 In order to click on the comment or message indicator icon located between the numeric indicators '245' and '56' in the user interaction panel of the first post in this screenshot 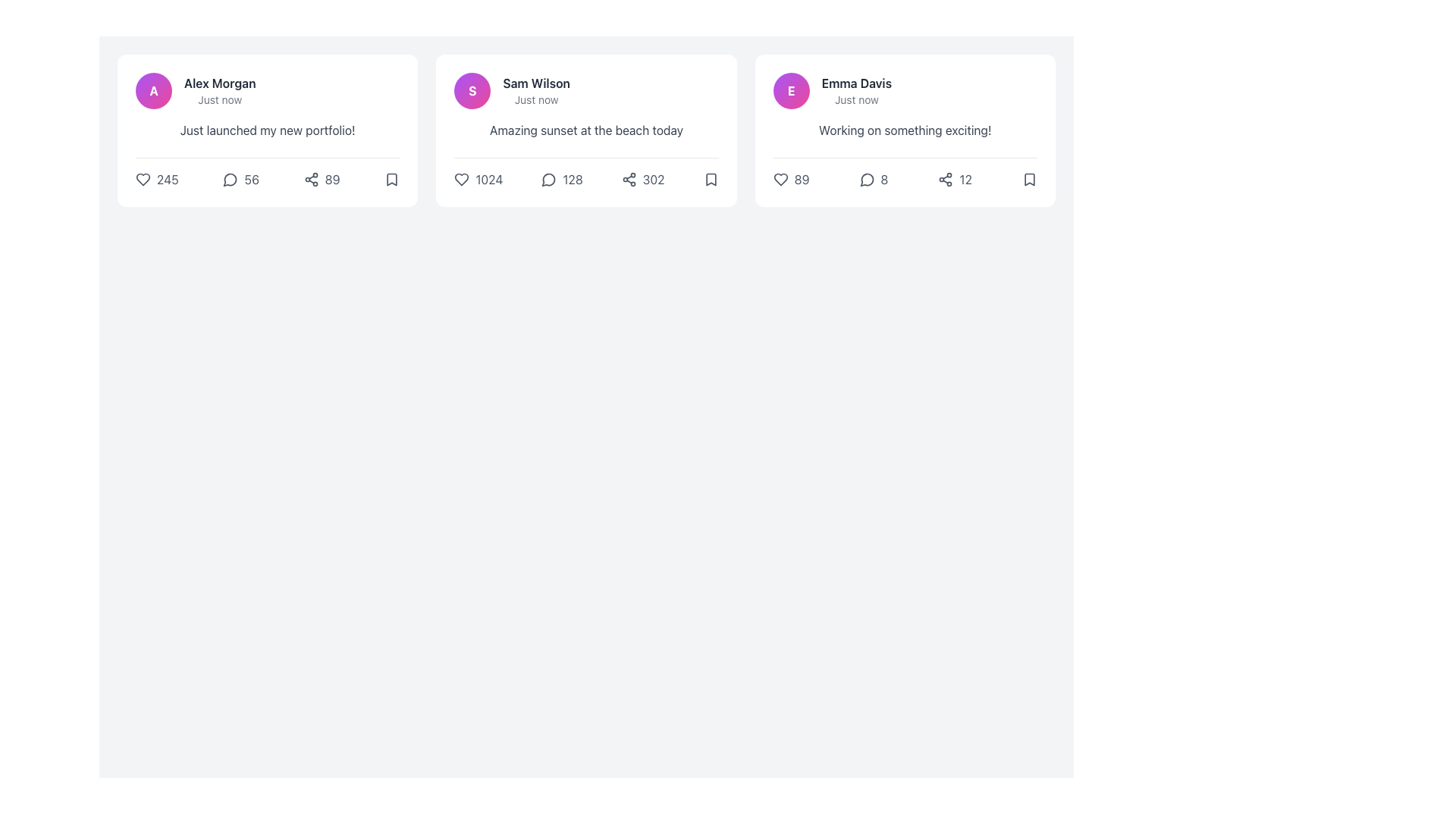, I will do `click(230, 178)`.